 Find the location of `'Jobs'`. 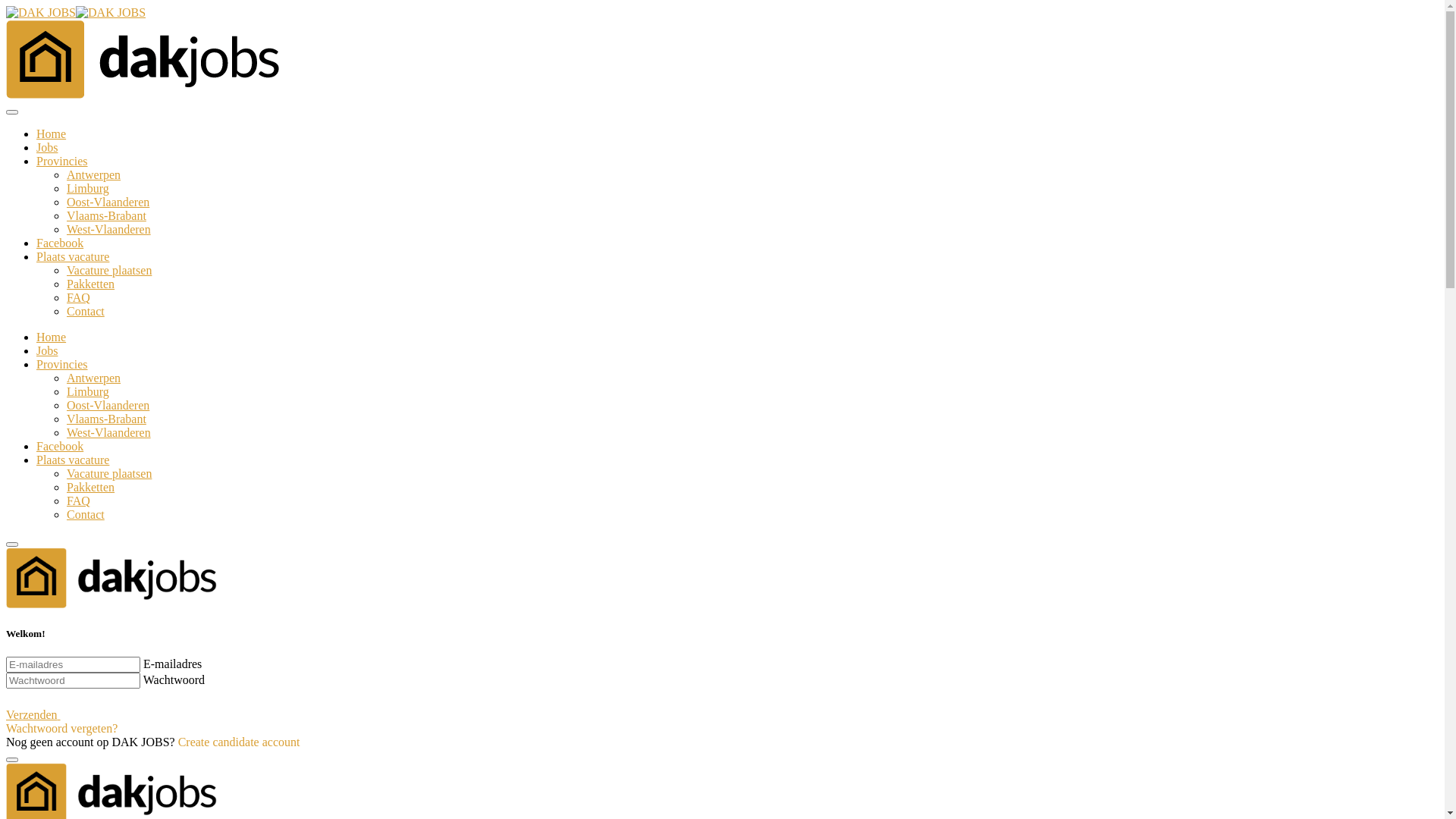

'Jobs' is located at coordinates (36, 350).